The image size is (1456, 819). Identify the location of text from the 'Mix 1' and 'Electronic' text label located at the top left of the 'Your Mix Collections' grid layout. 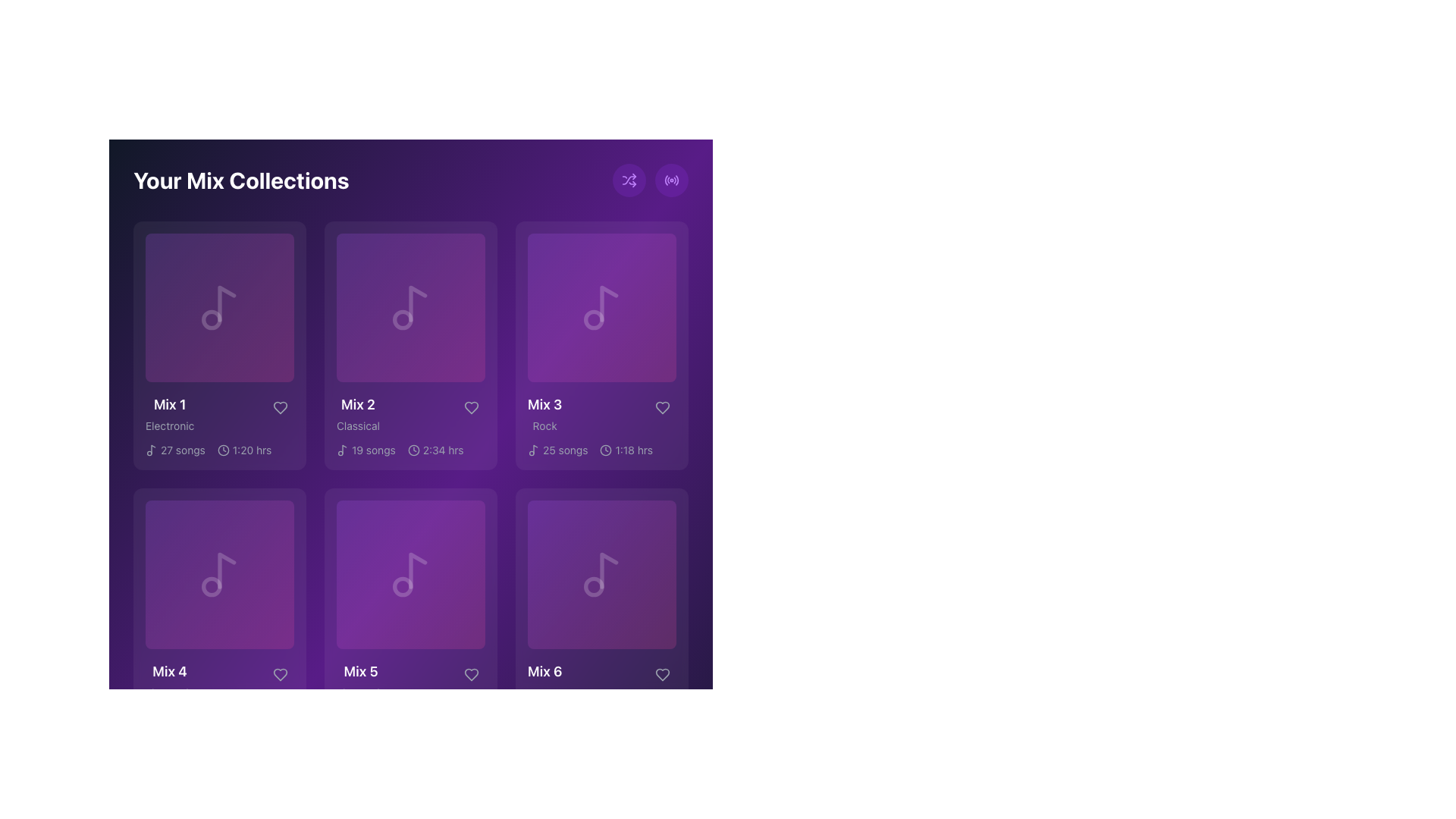
(170, 414).